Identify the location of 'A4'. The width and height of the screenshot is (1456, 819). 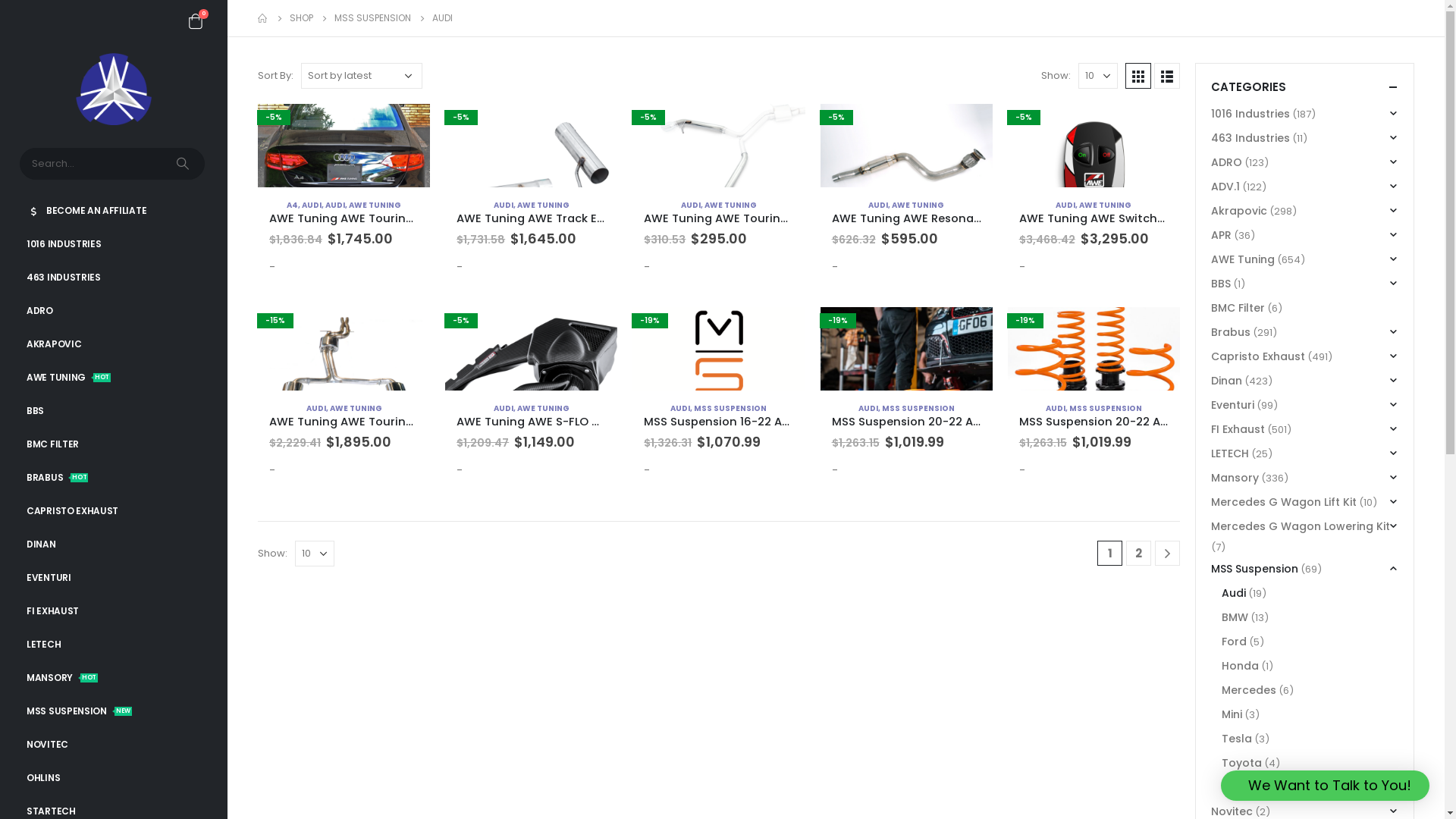
(292, 205).